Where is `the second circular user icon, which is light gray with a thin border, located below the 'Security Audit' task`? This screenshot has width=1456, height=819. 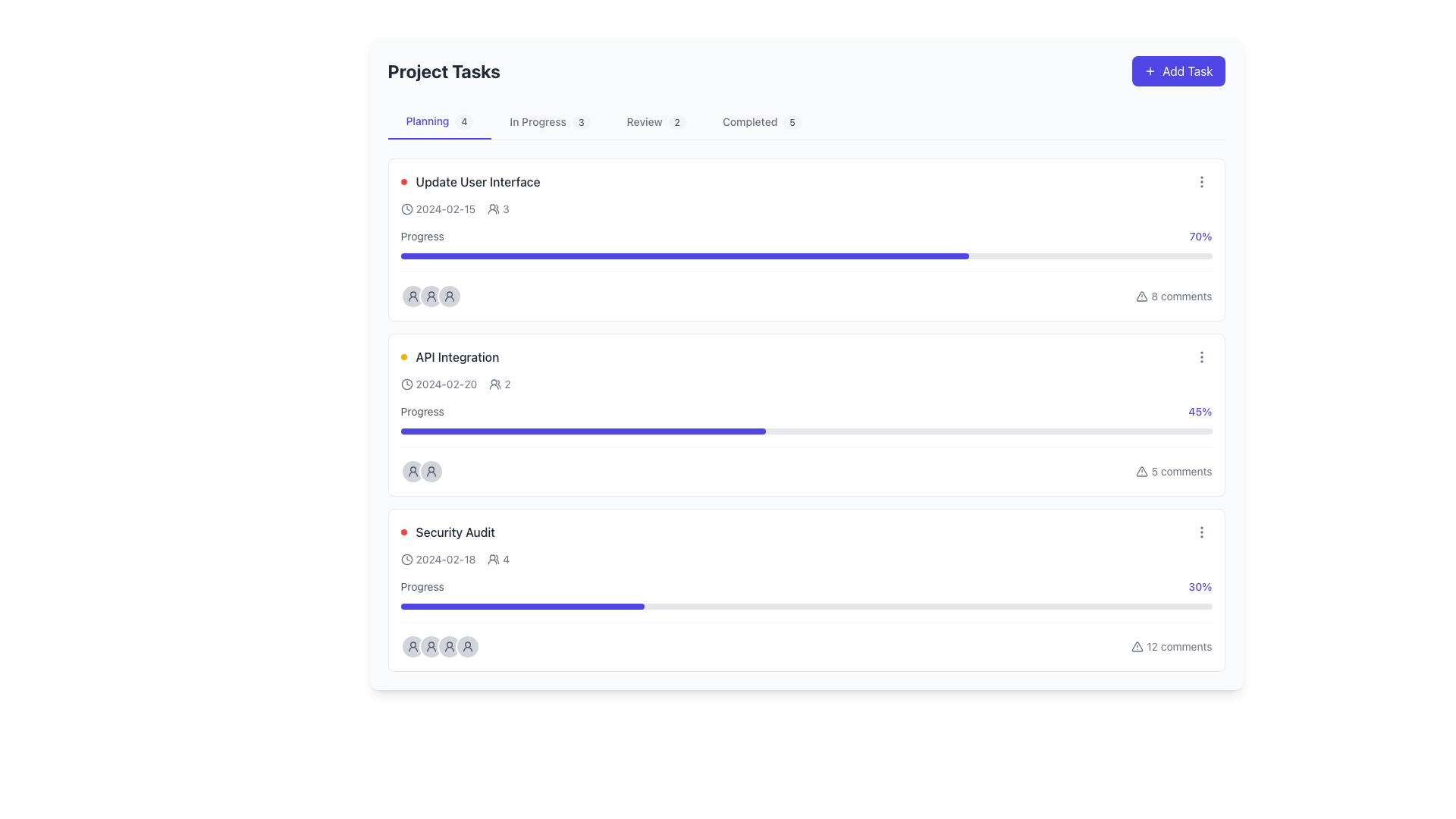 the second circular user icon, which is light gray with a thin border, located below the 'Security Audit' task is located at coordinates (448, 646).